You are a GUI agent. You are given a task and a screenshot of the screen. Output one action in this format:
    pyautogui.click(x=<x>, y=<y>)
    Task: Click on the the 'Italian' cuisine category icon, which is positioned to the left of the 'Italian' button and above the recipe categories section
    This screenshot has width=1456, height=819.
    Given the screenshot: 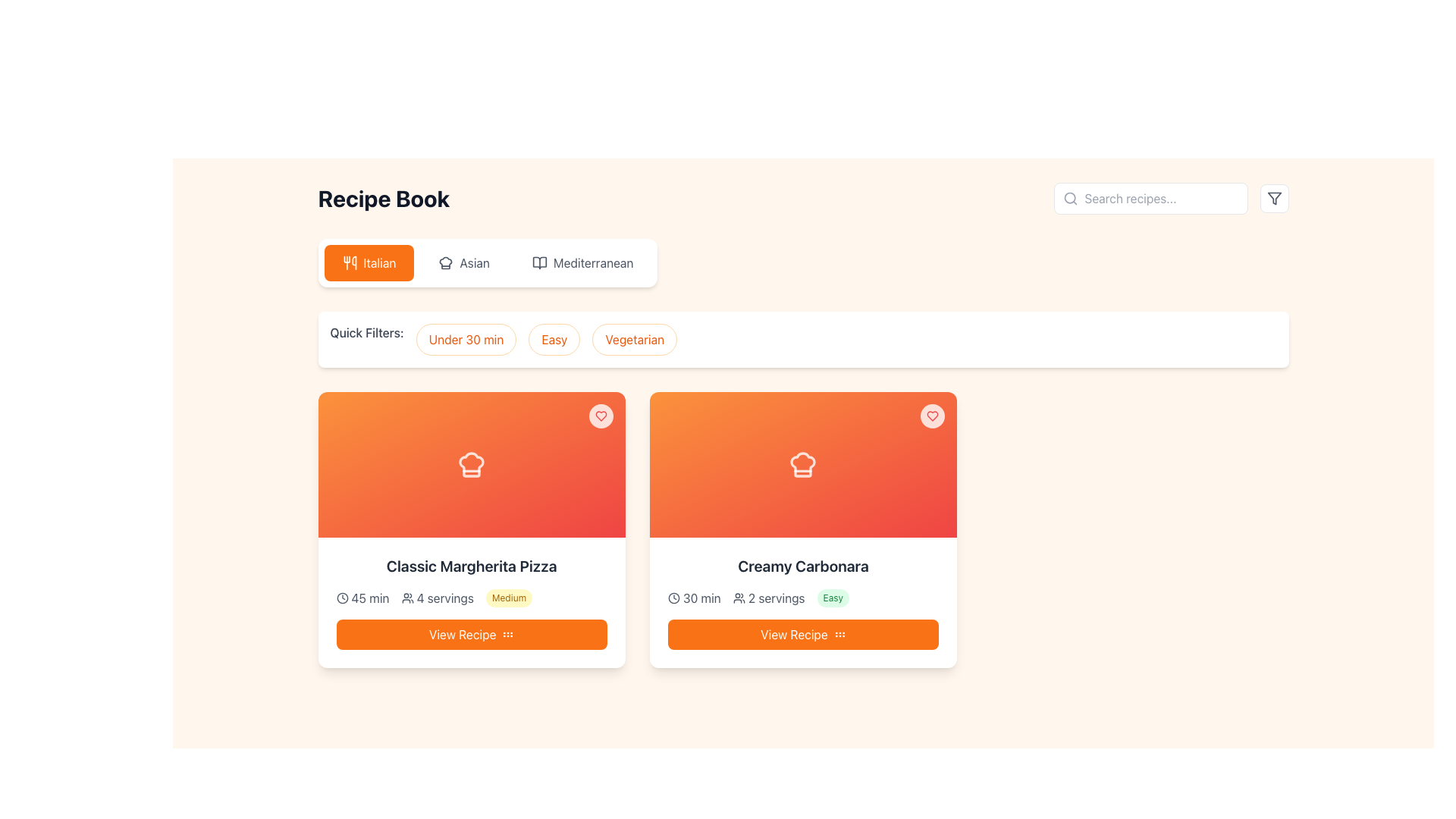 What is the action you would take?
    pyautogui.click(x=349, y=262)
    